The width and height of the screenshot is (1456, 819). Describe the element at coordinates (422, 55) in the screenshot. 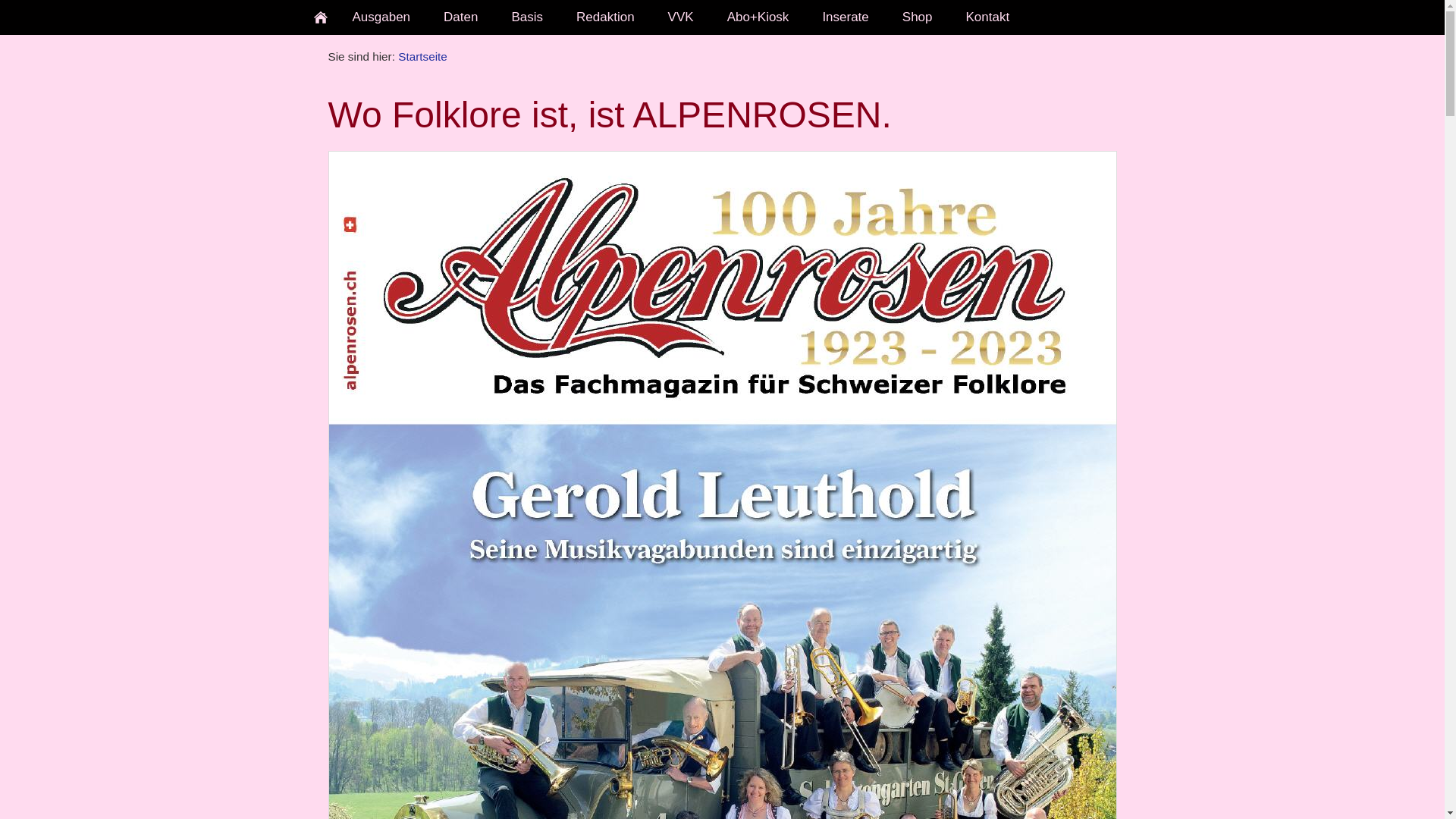

I see `'Startseite'` at that location.